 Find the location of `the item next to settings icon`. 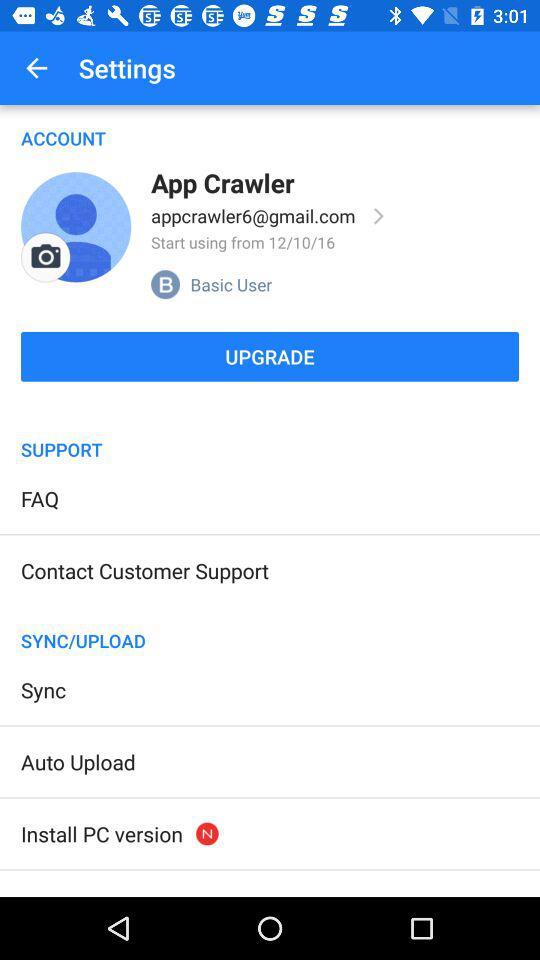

the item next to settings icon is located at coordinates (36, 68).